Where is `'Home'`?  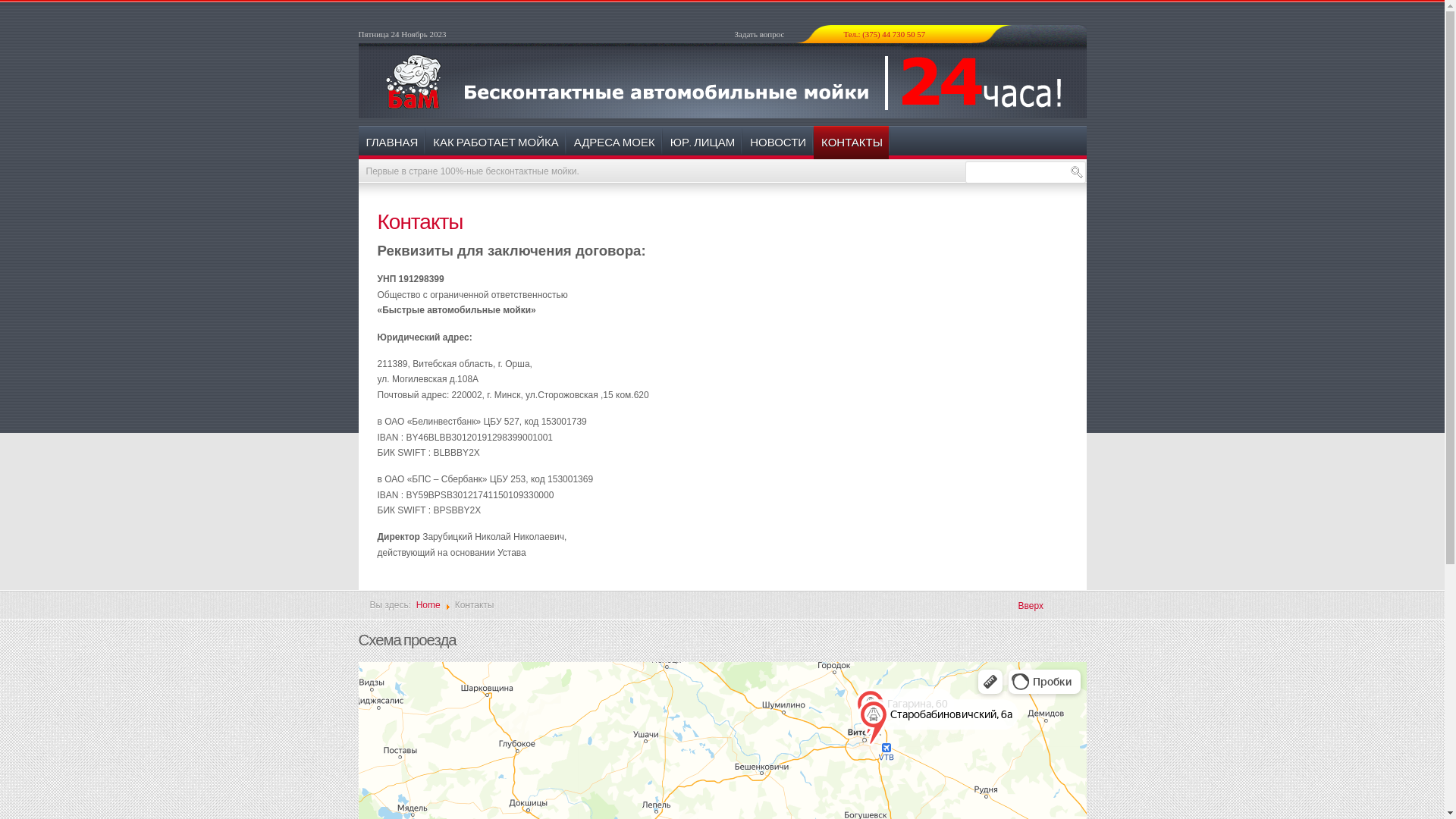 'Home' is located at coordinates (428, 604).